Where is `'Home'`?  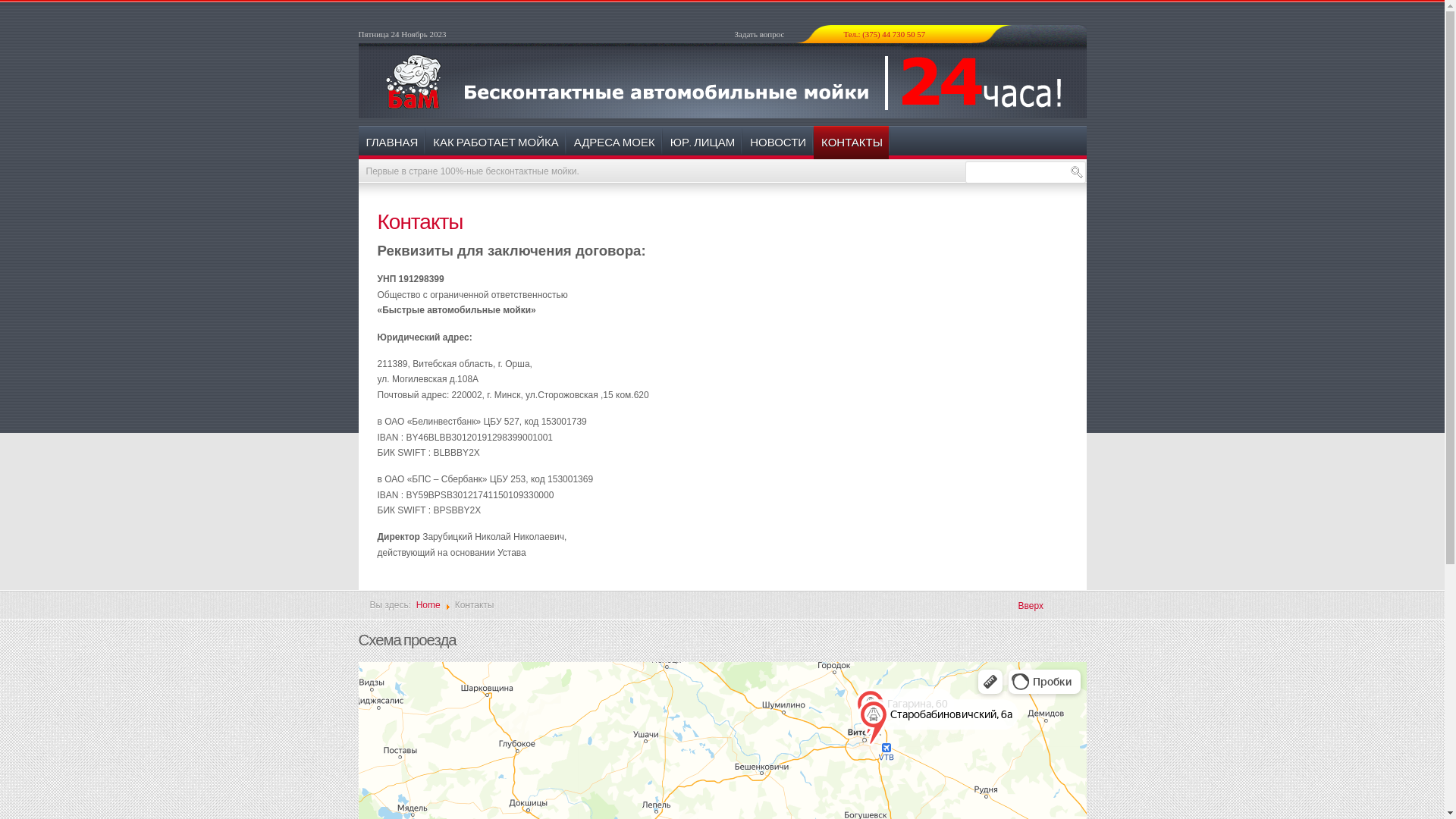 'Home' is located at coordinates (428, 604).